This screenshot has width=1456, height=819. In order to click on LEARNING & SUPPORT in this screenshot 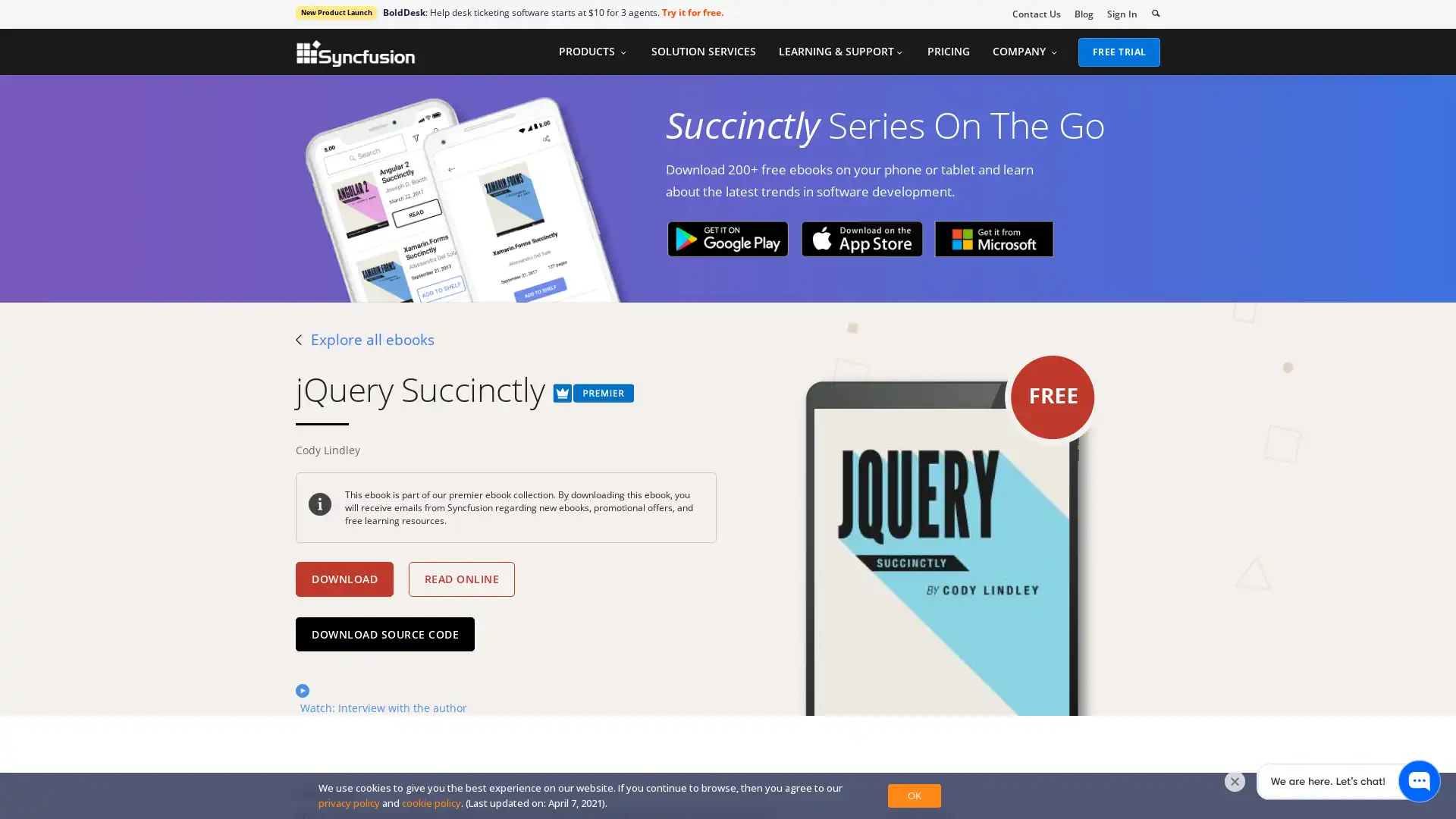, I will do `click(839, 51)`.